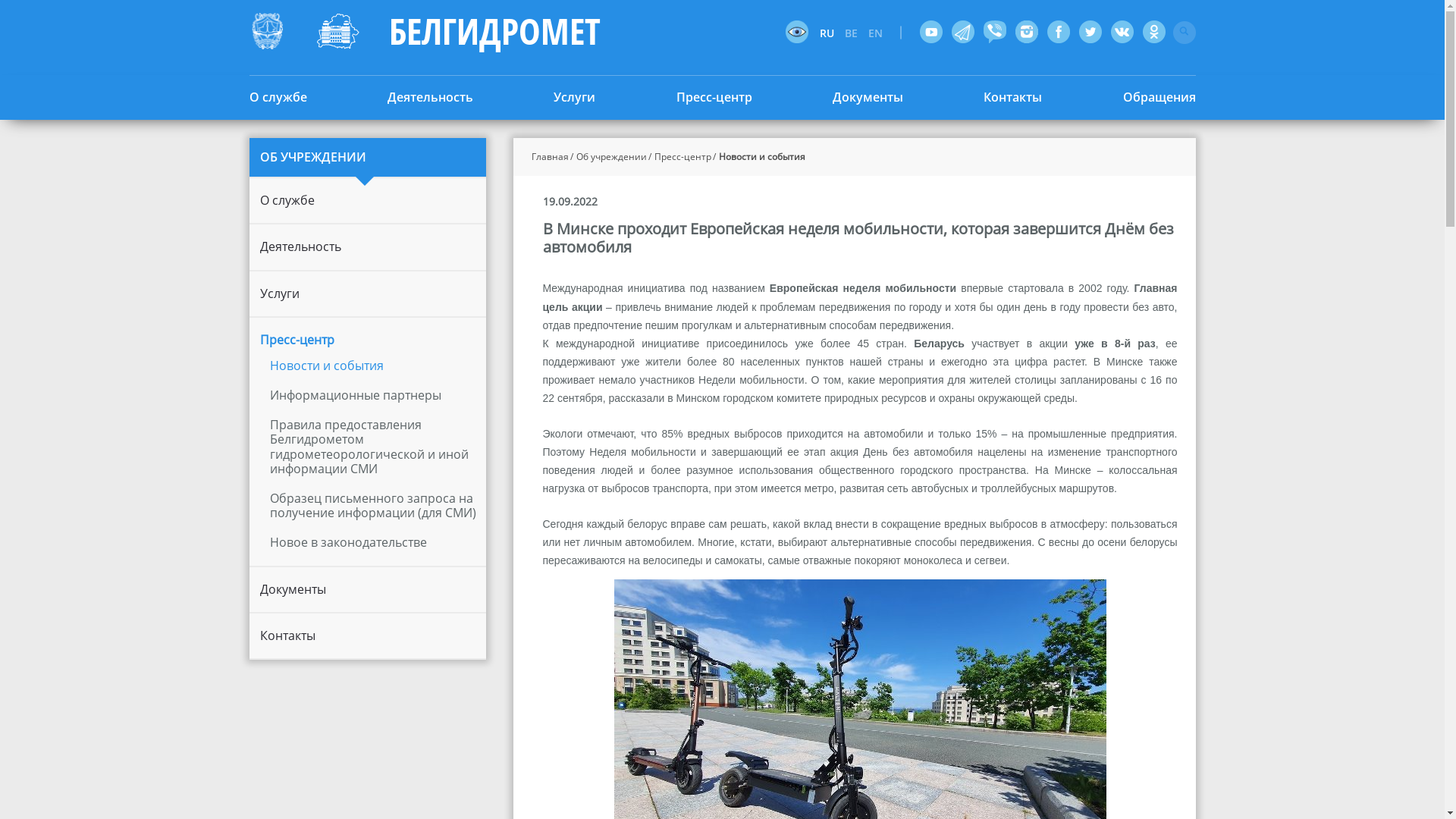  I want to click on 'viber', so click(983, 32).